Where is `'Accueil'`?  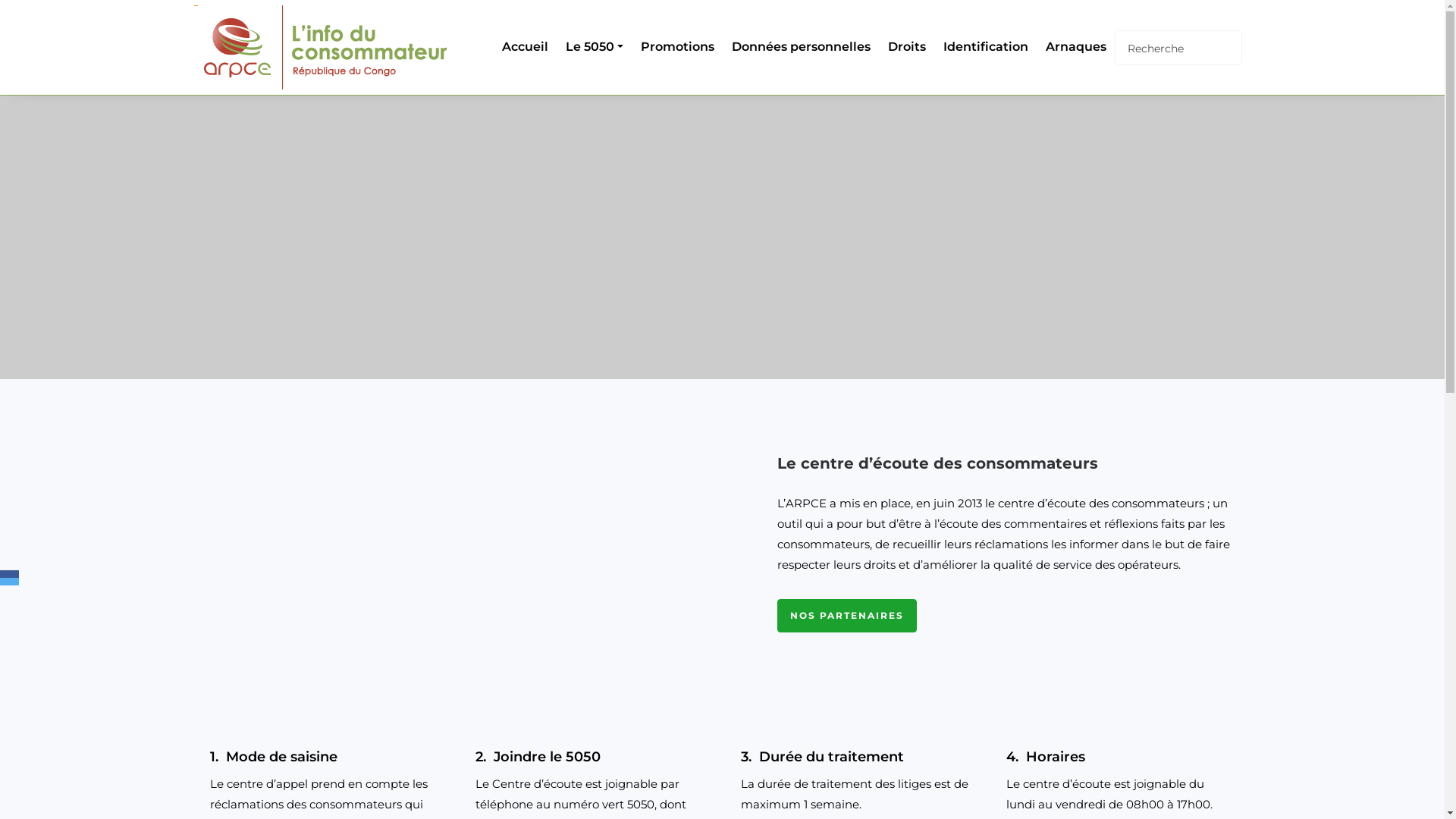 'Accueil' is located at coordinates (522, 46).